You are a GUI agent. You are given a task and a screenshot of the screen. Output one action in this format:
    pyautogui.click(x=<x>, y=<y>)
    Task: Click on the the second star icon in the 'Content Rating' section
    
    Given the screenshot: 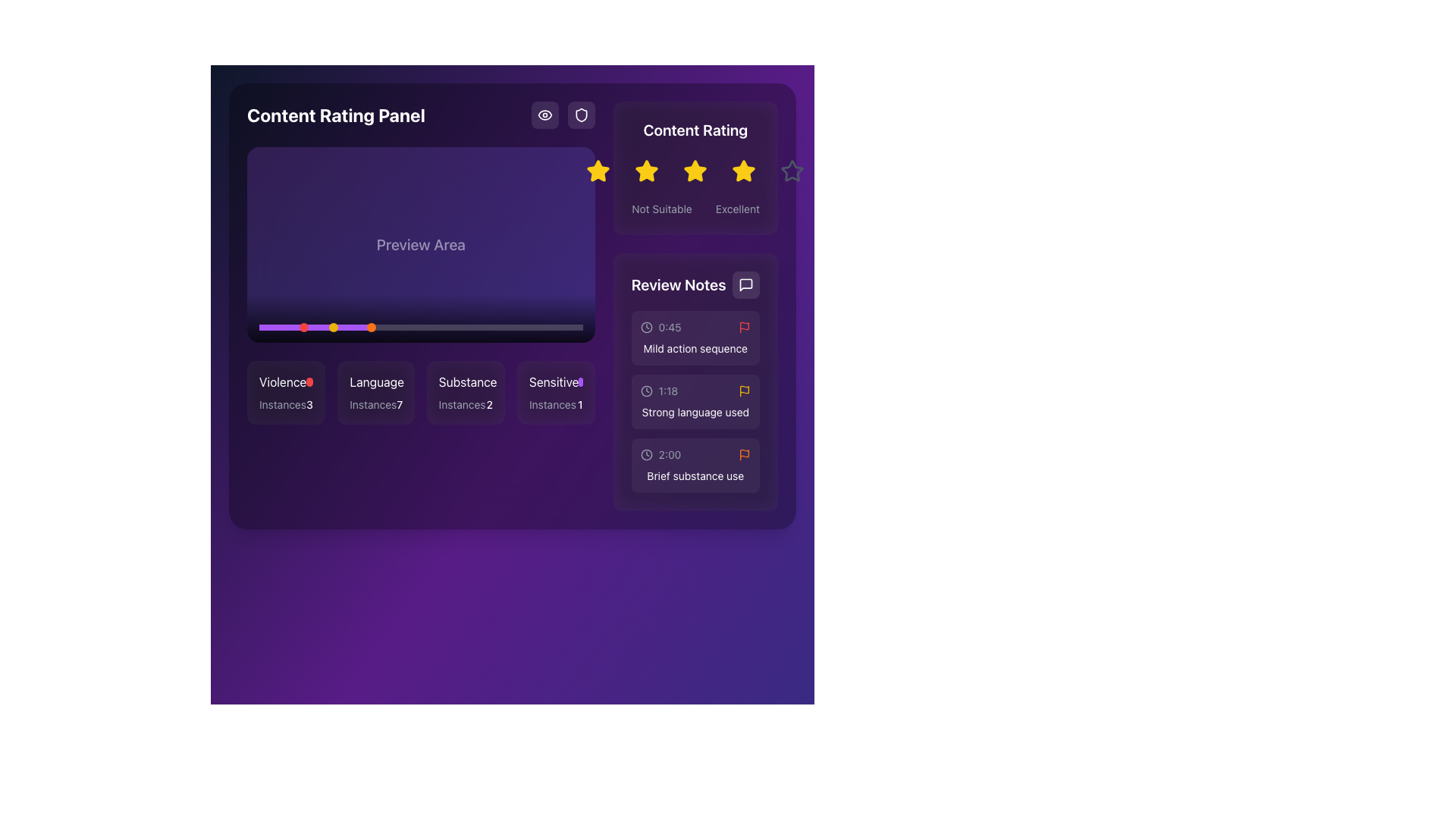 What is the action you would take?
    pyautogui.click(x=695, y=171)
    